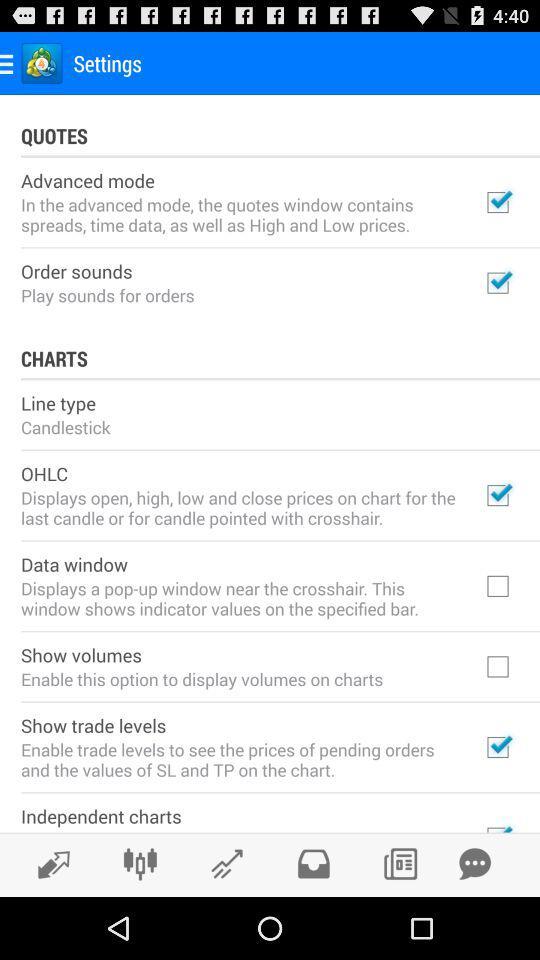  Describe the element at coordinates (139, 863) in the screenshot. I see `plug in` at that location.